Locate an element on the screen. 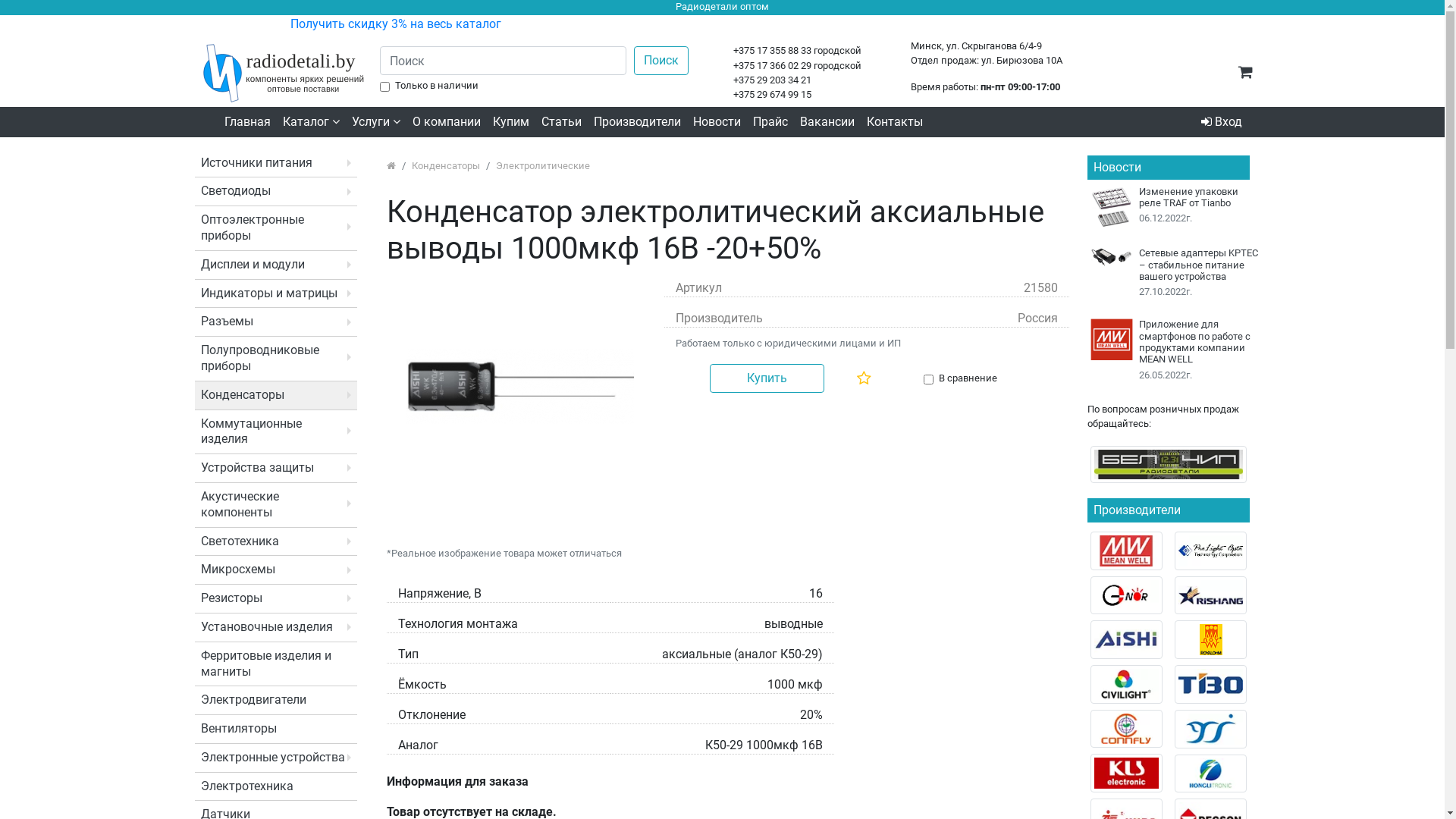 This screenshot has height=819, width=1456. '+375 17 355 88 33' is located at coordinates (733, 49).